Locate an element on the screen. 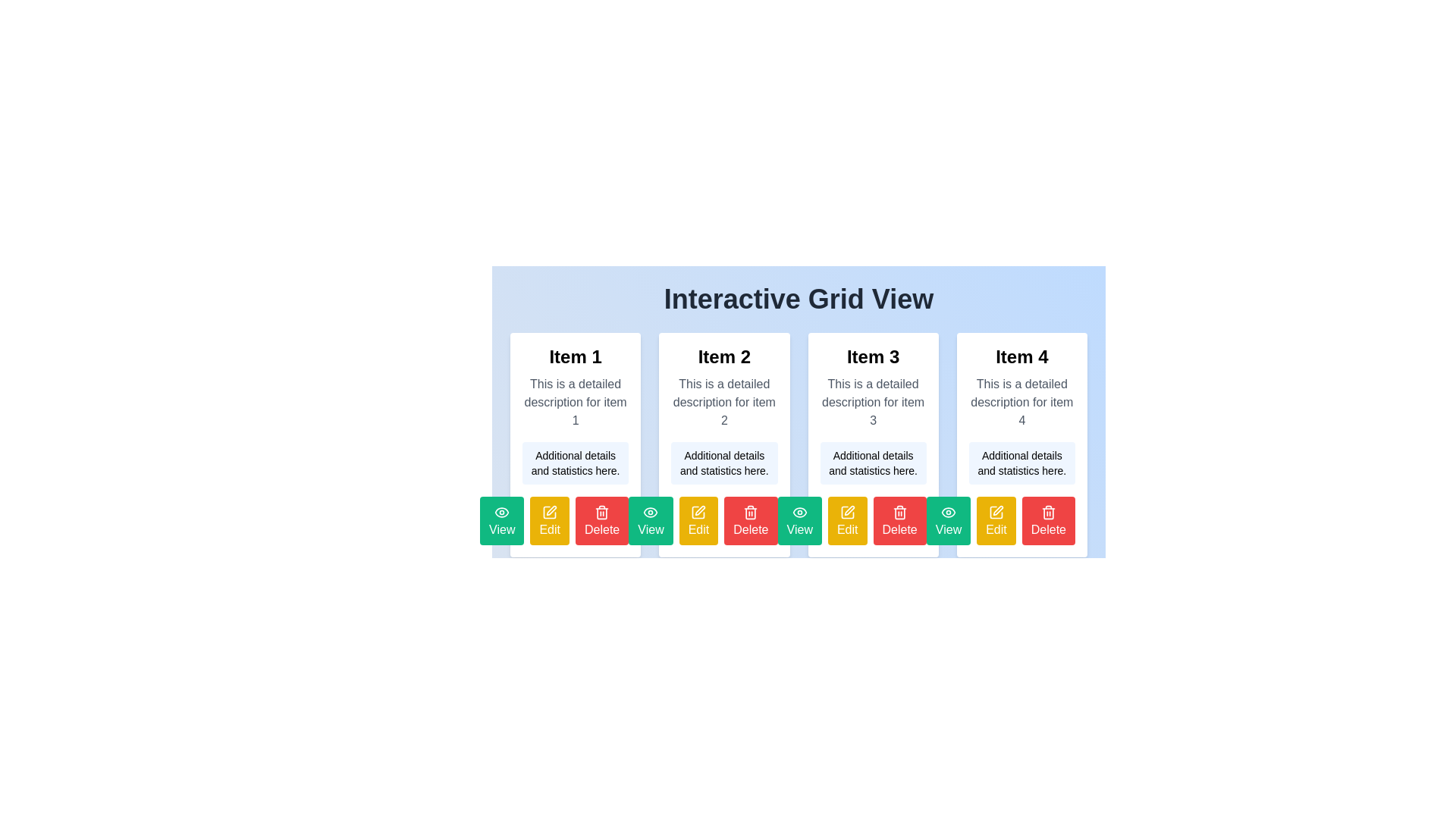 The height and width of the screenshot is (819, 1456). the informational text block located in the third card titled 'Item 3', positioned below the description text and above the action buttons is located at coordinates (873, 462).